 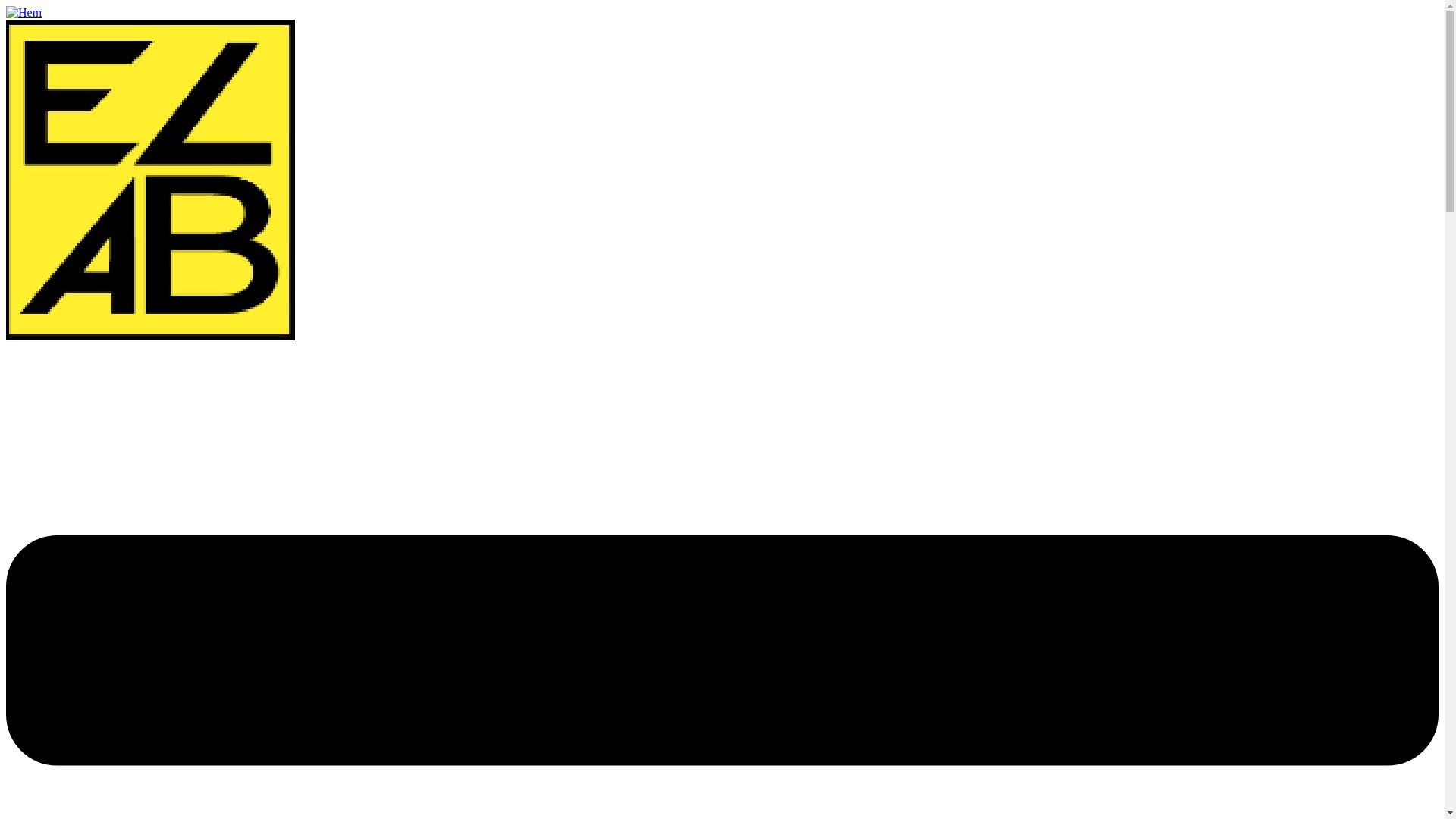 I want to click on 'Hem', so click(x=6, y=12).